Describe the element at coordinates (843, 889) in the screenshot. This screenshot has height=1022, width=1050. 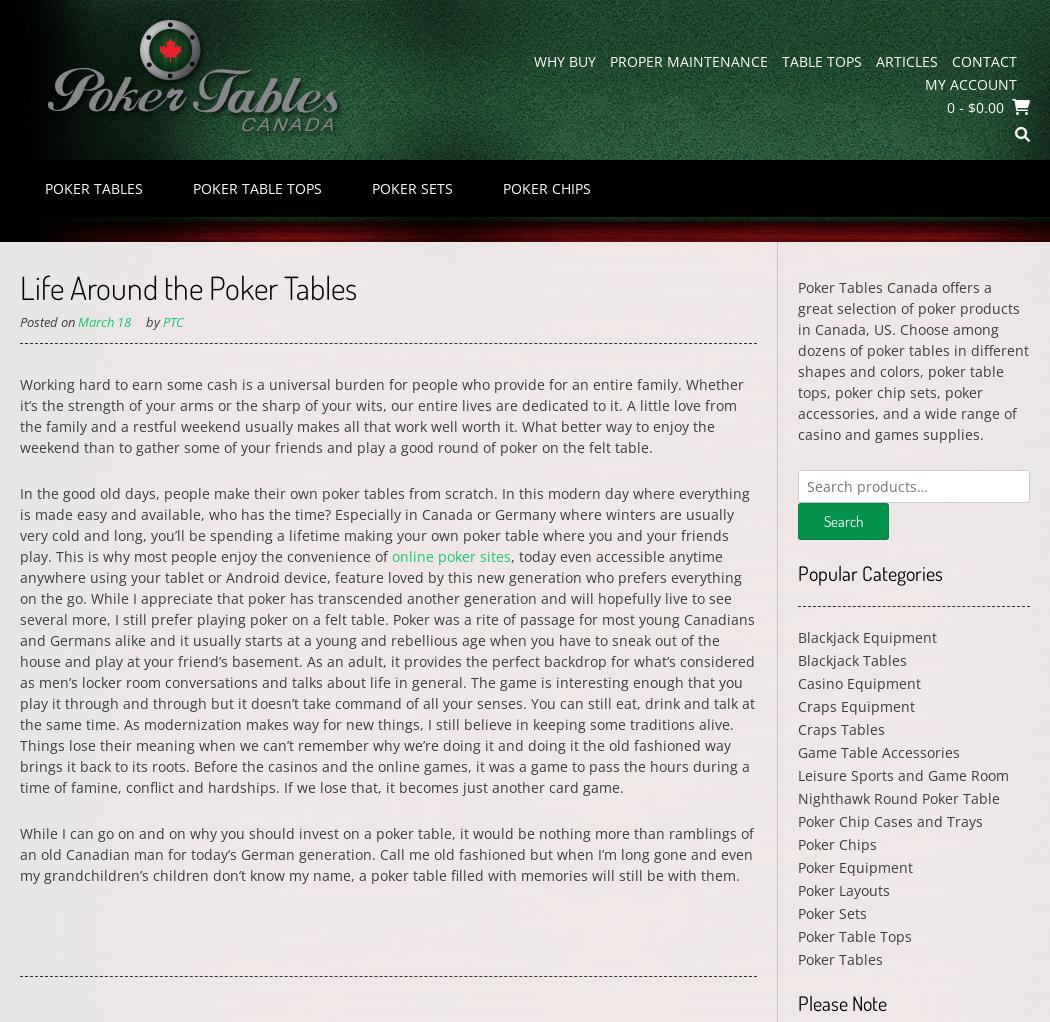
I see `'Poker Layouts'` at that location.